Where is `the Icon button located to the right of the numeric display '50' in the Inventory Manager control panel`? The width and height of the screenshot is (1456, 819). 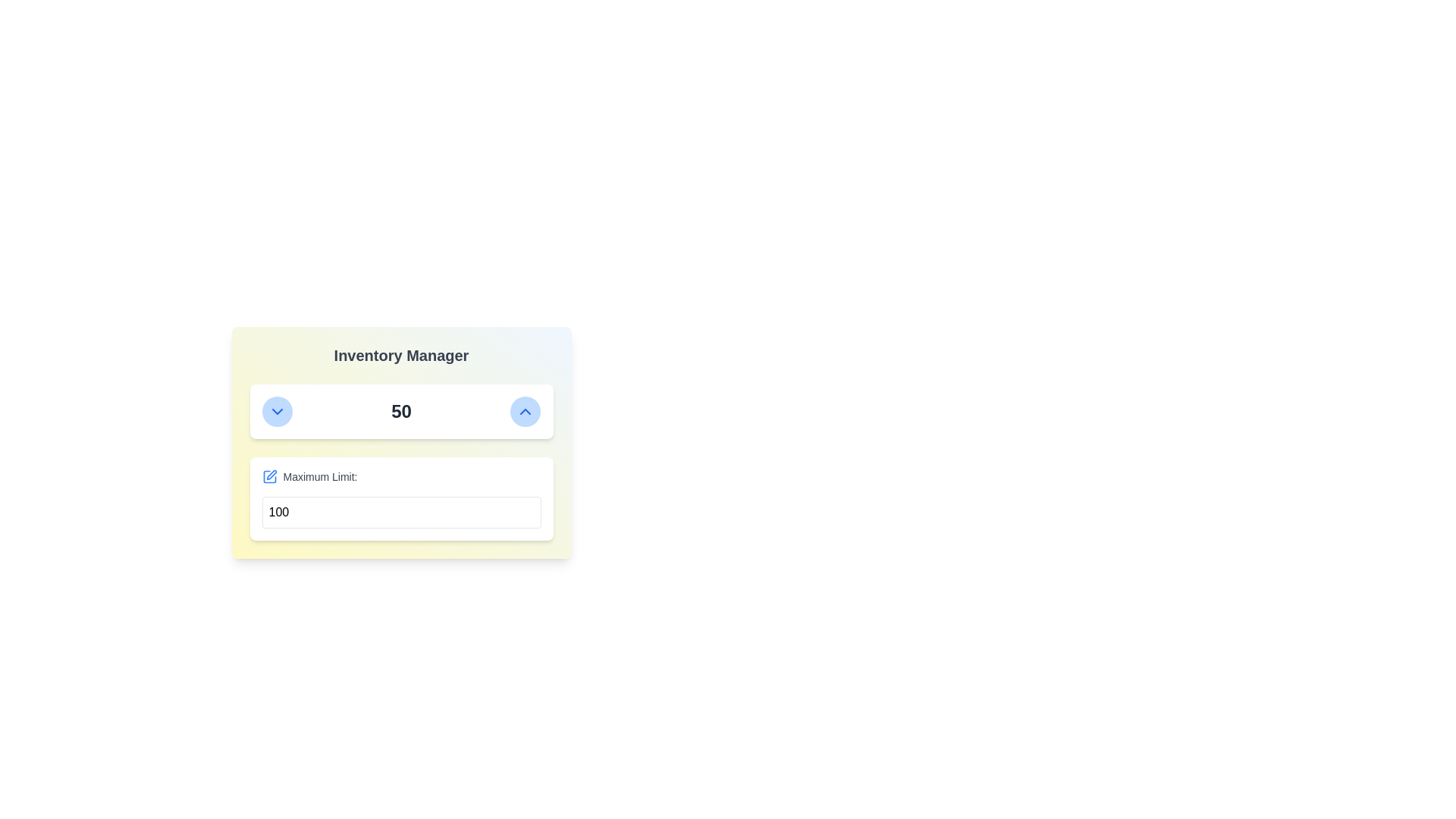
the Icon button located to the right of the numeric display '50' in the Inventory Manager control panel is located at coordinates (526, 412).